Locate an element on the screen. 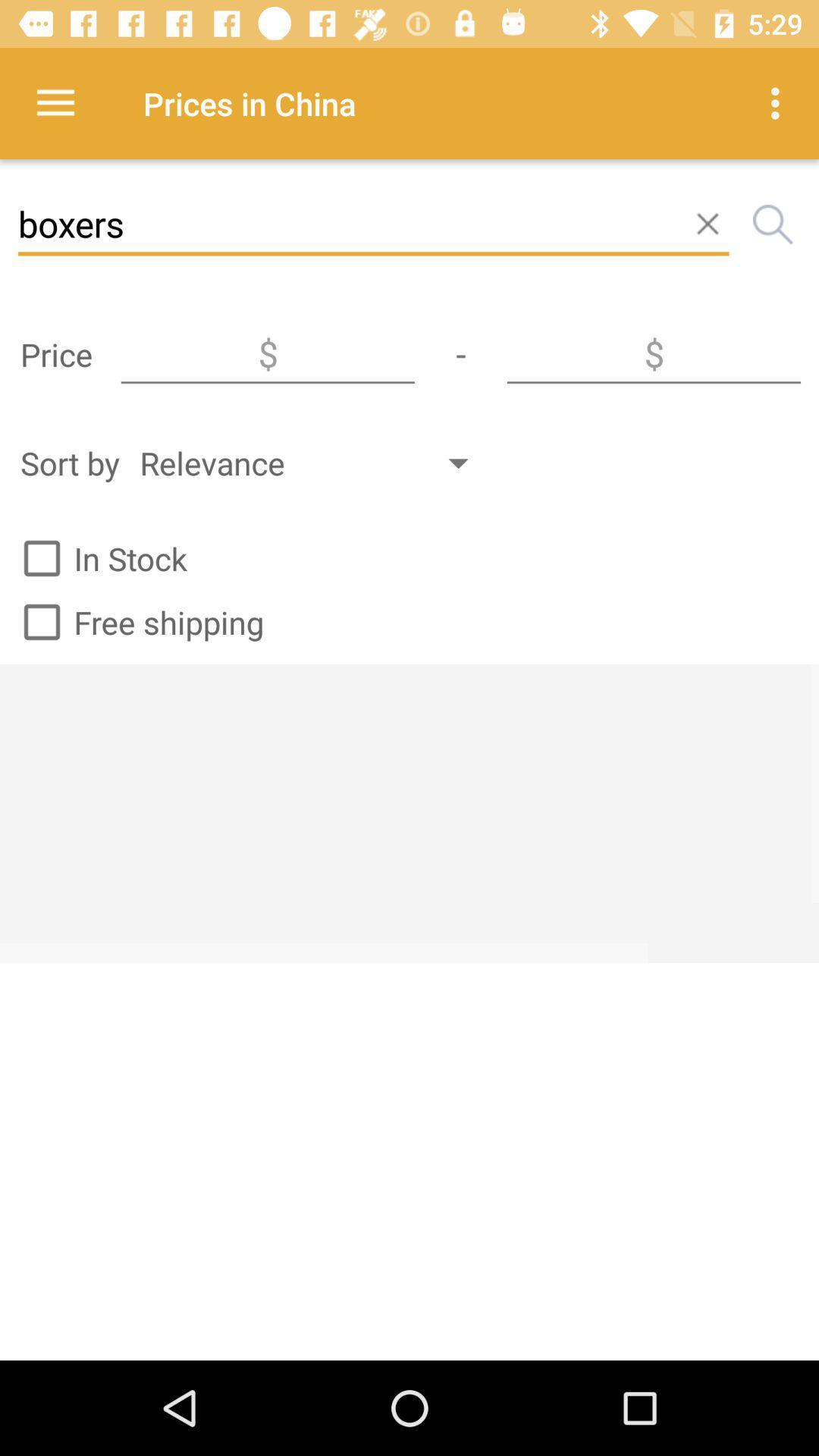 This screenshot has height=1456, width=819. the icon next to - icon is located at coordinates (653, 353).